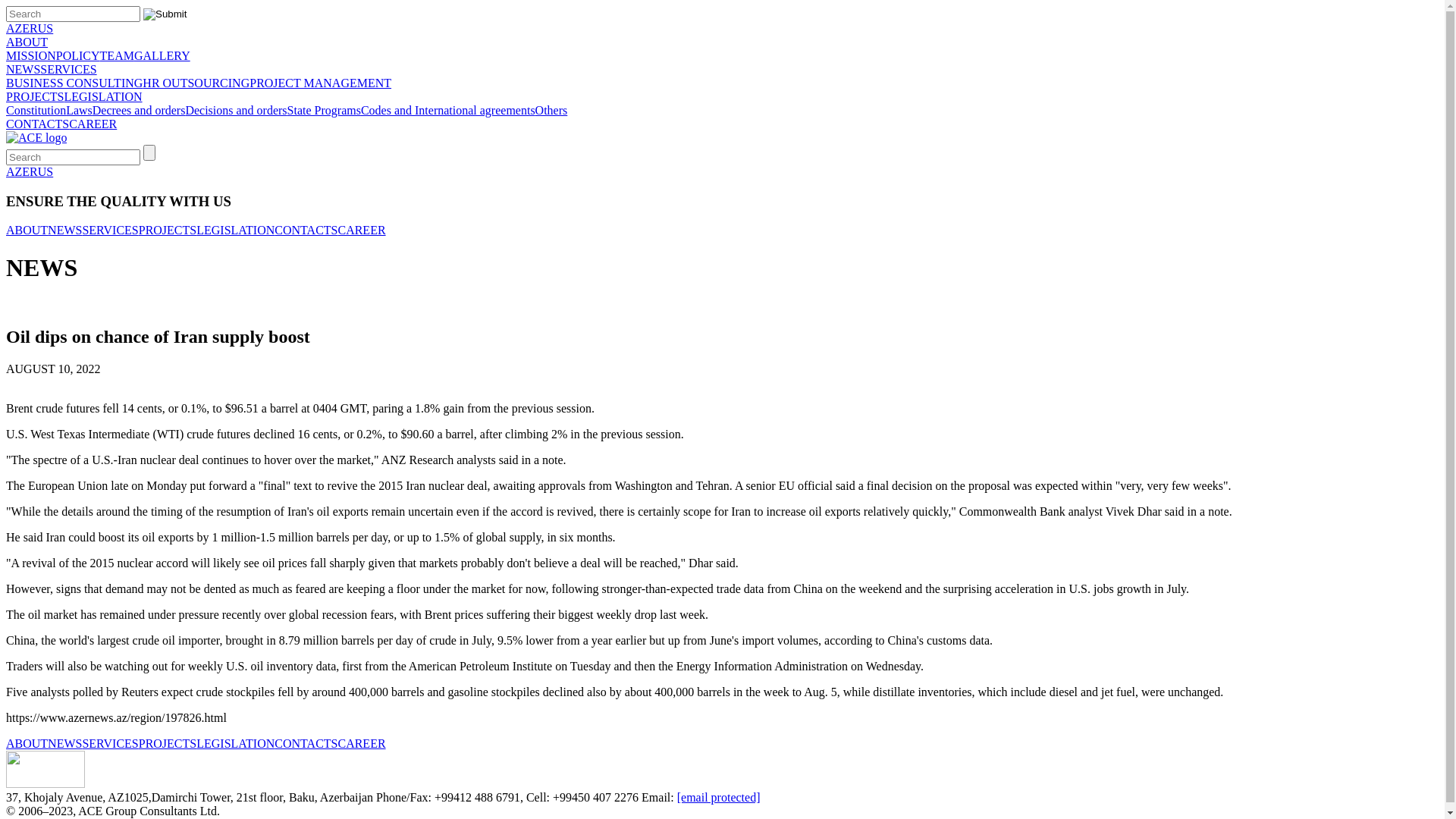  I want to click on 'BUSINESS CONSULTING', so click(6, 83).